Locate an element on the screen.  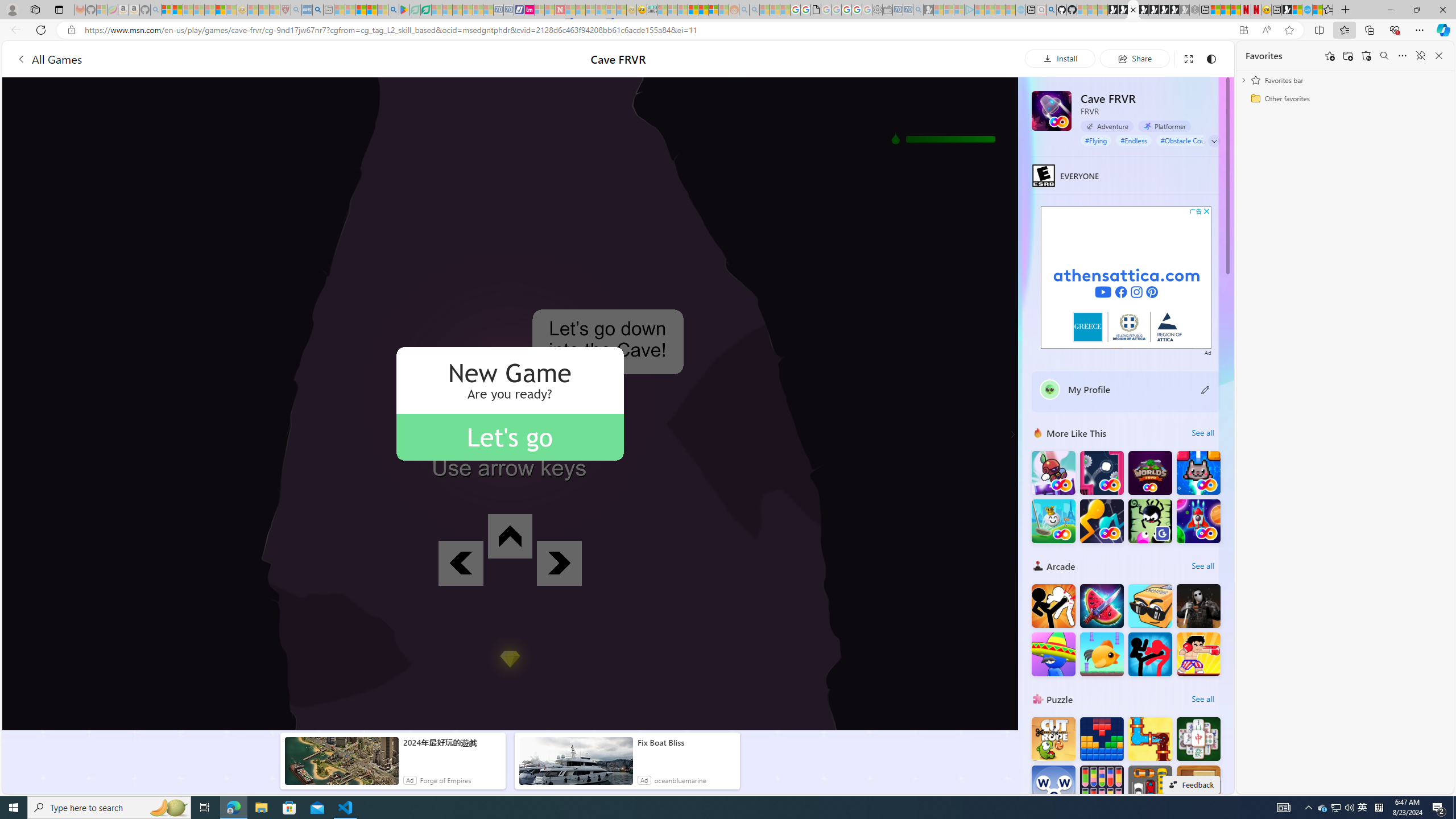
'EVERYONE' is located at coordinates (1043, 175).